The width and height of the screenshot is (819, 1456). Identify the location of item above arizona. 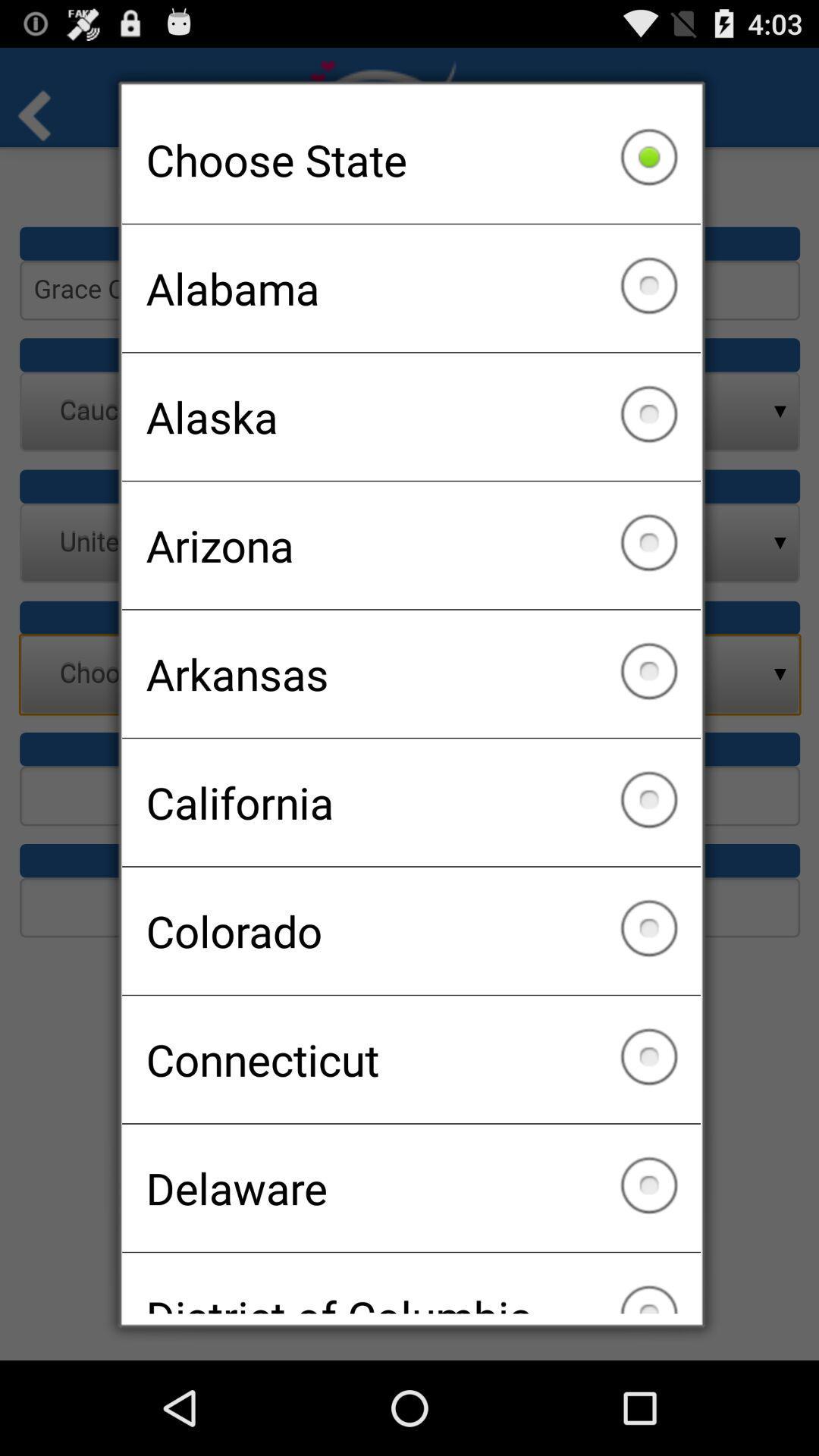
(411, 416).